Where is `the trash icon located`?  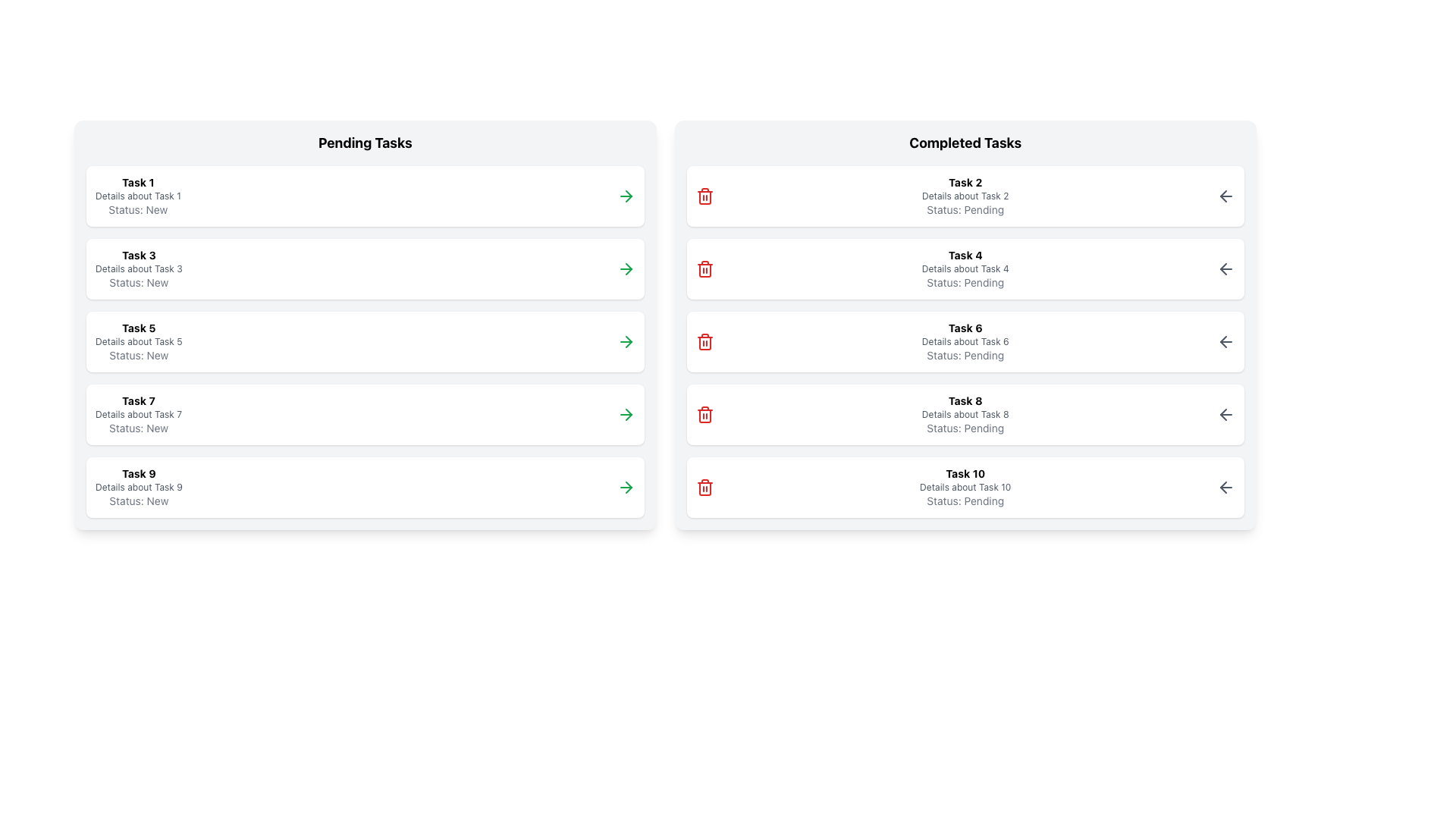
the trash icon located is located at coordinates (704, 195).